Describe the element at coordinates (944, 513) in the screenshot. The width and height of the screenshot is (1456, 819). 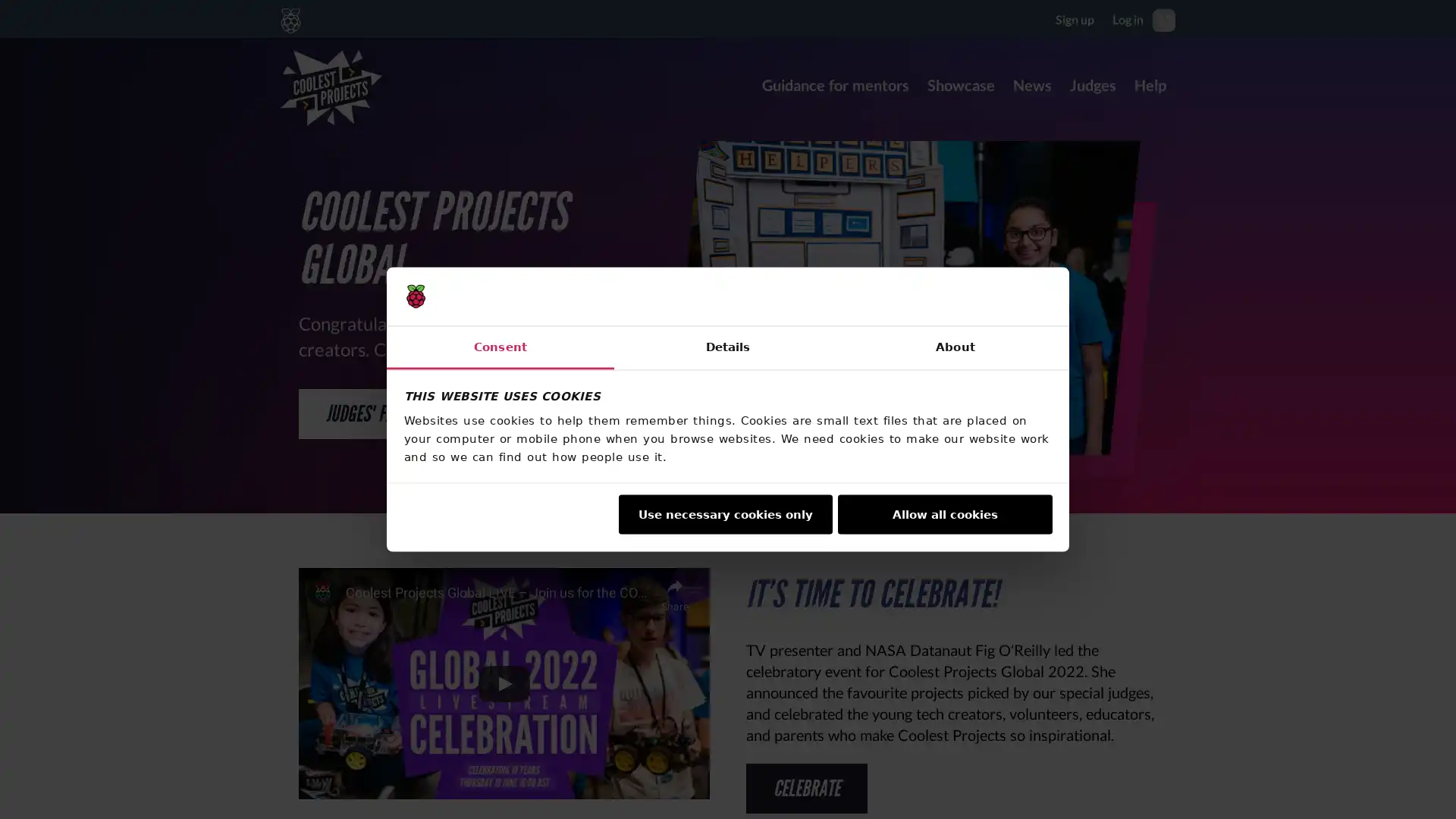
I see `Allow all cookies` at that location.